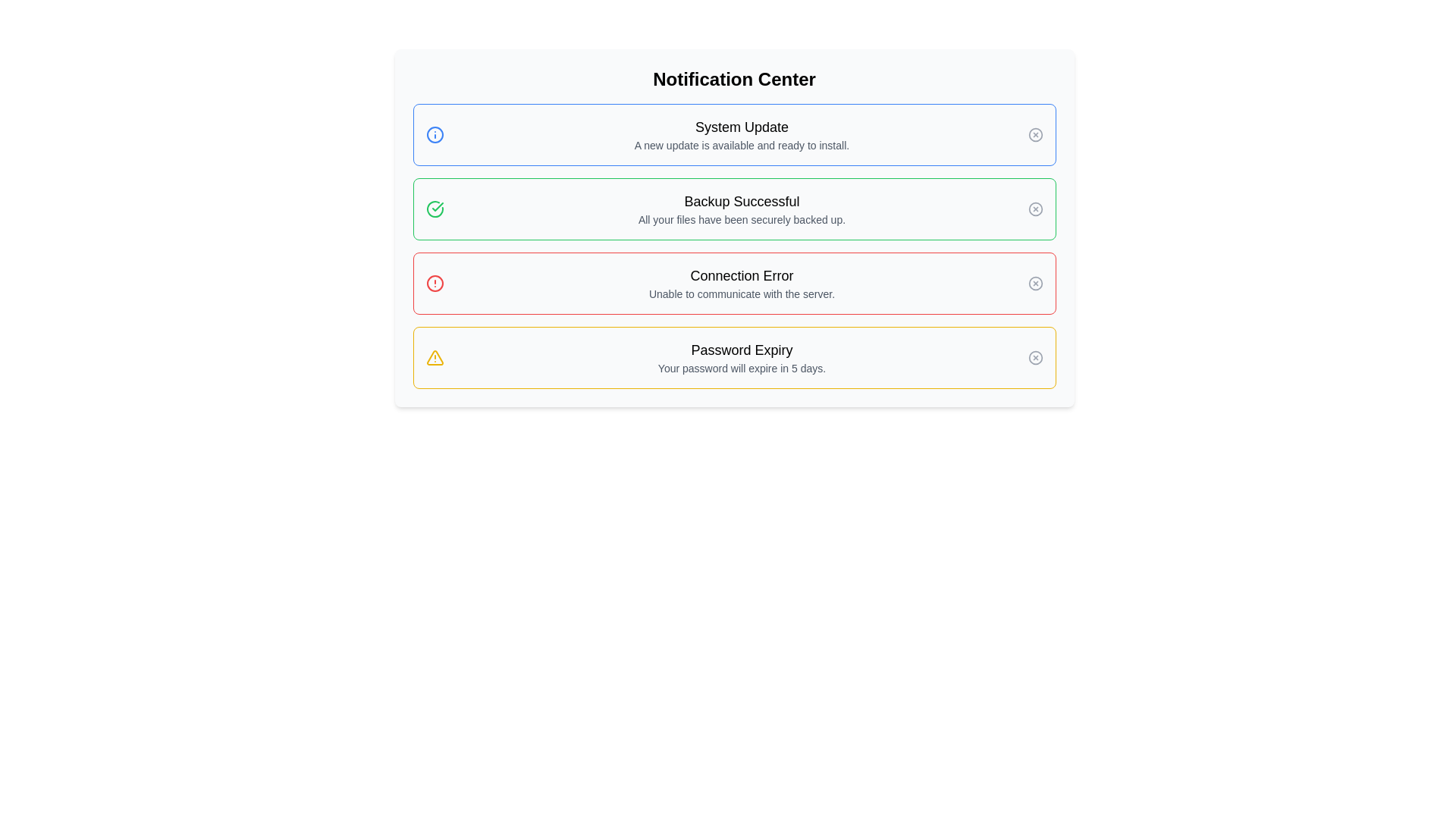  Describe the element at coordinates (742, 127) in the screenshot. I see `text label that displays 'System Update', which is prominently positioned at the top-left of the Notification Center interface` at that location.